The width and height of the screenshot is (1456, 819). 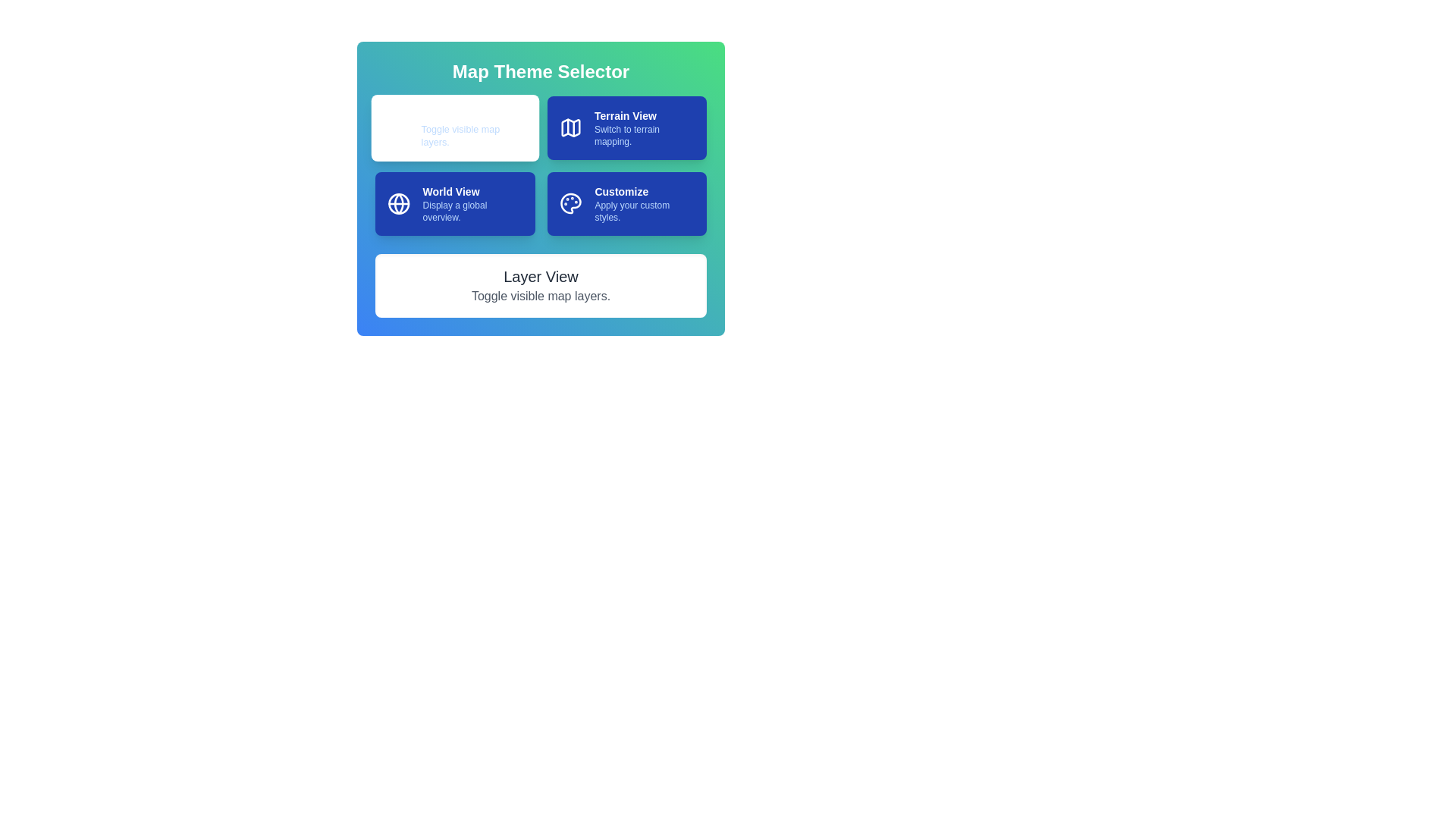 I want to click on text label that displays 'Terrain View' which is styled in bold white font on a dark blue background, so click(x=644, y=115).